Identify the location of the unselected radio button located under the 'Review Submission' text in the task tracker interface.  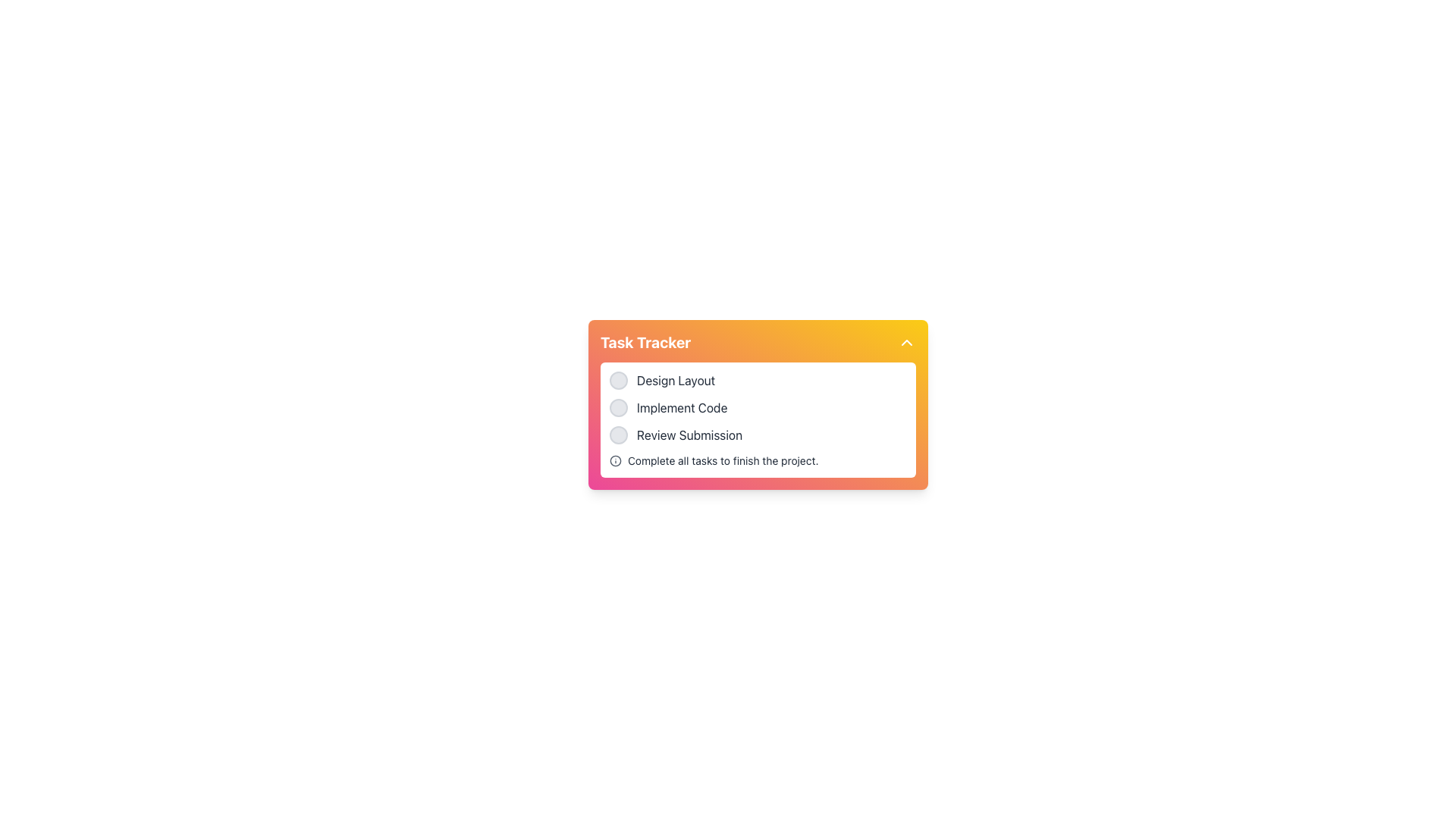
(619, 435).